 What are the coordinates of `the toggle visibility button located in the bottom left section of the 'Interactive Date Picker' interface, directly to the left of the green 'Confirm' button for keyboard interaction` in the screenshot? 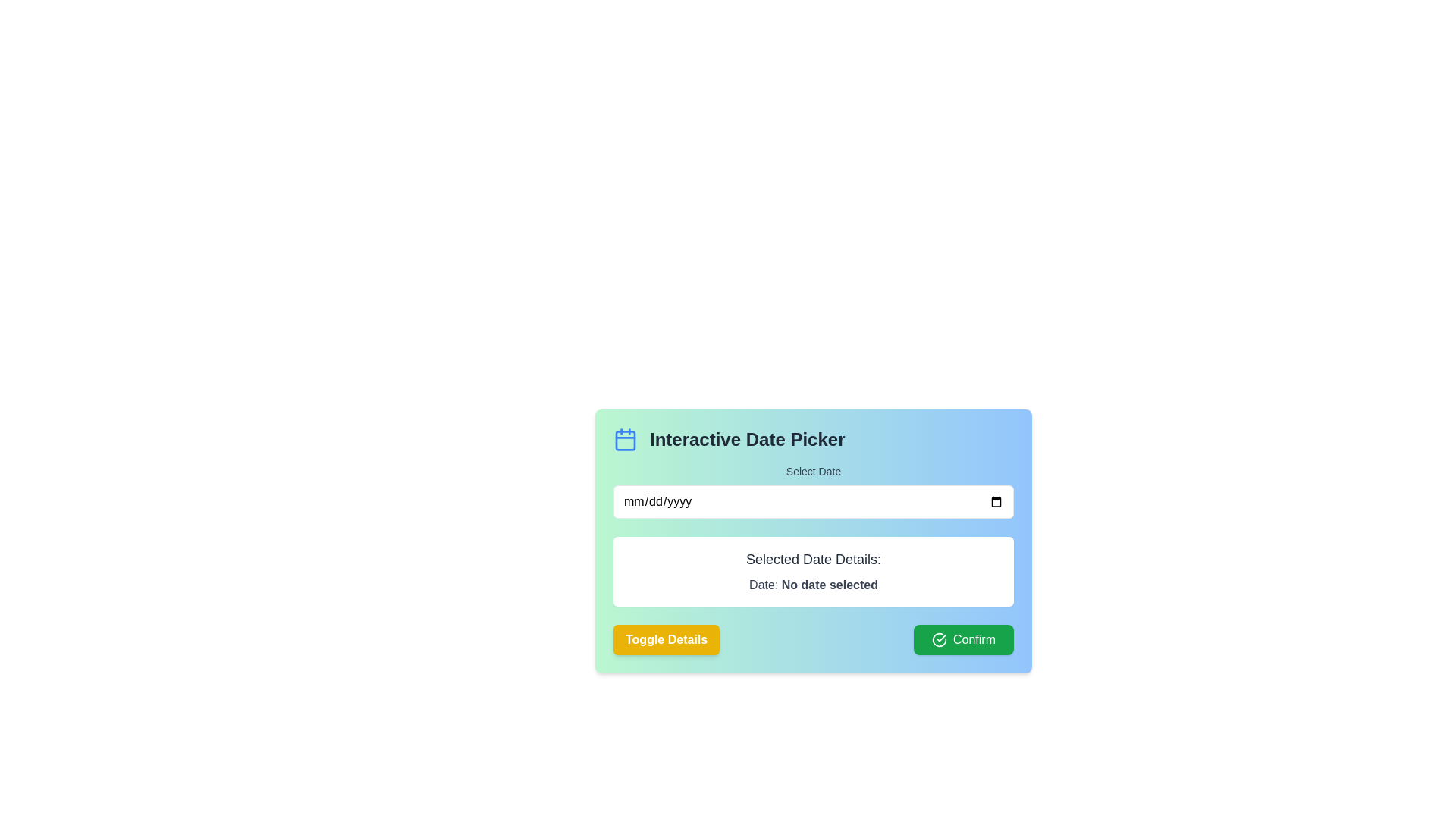 It's located at (667, 640).